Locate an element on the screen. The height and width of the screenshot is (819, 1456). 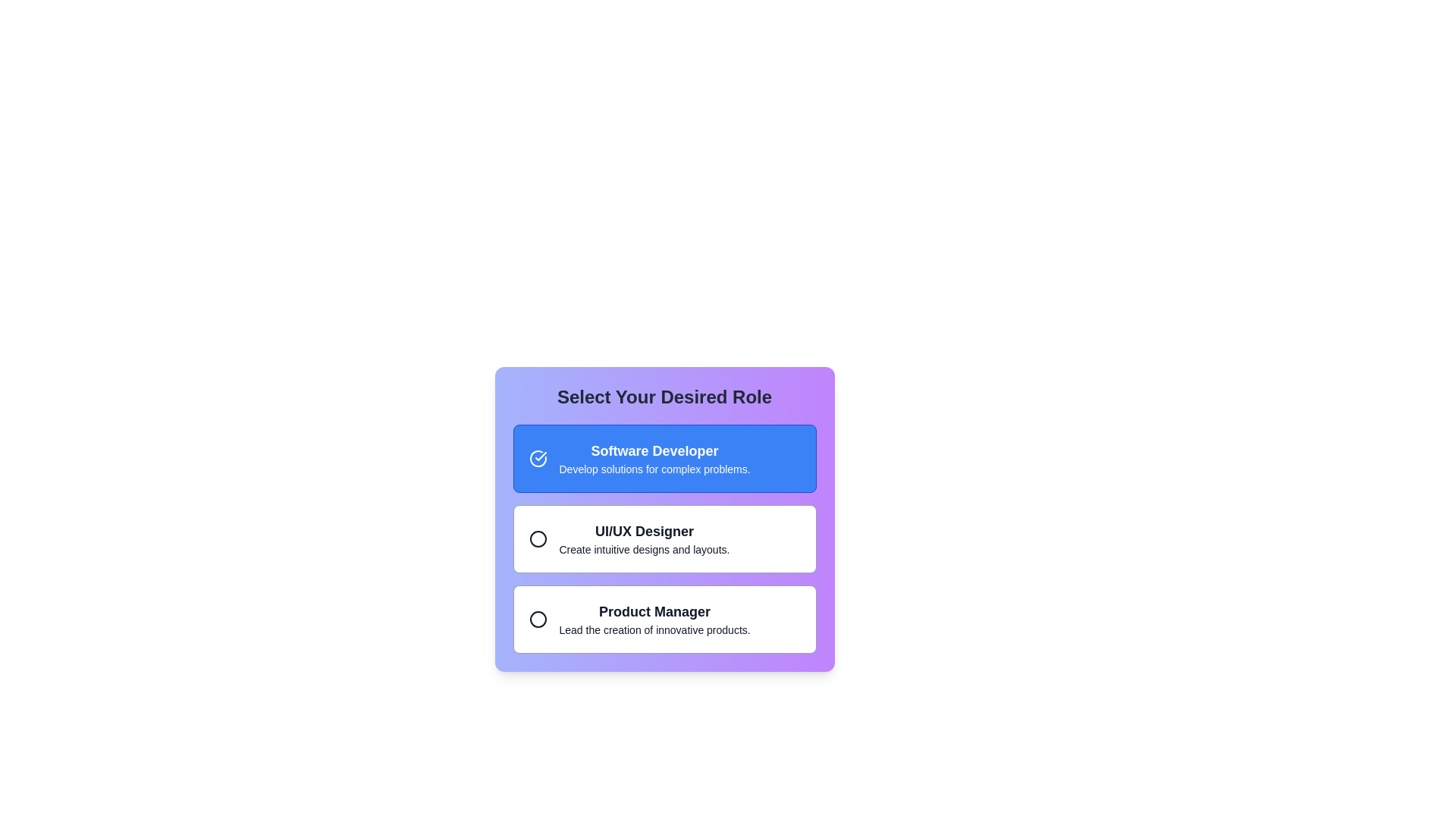
the 'Software Developer' label is located at coordinates (654, 450).